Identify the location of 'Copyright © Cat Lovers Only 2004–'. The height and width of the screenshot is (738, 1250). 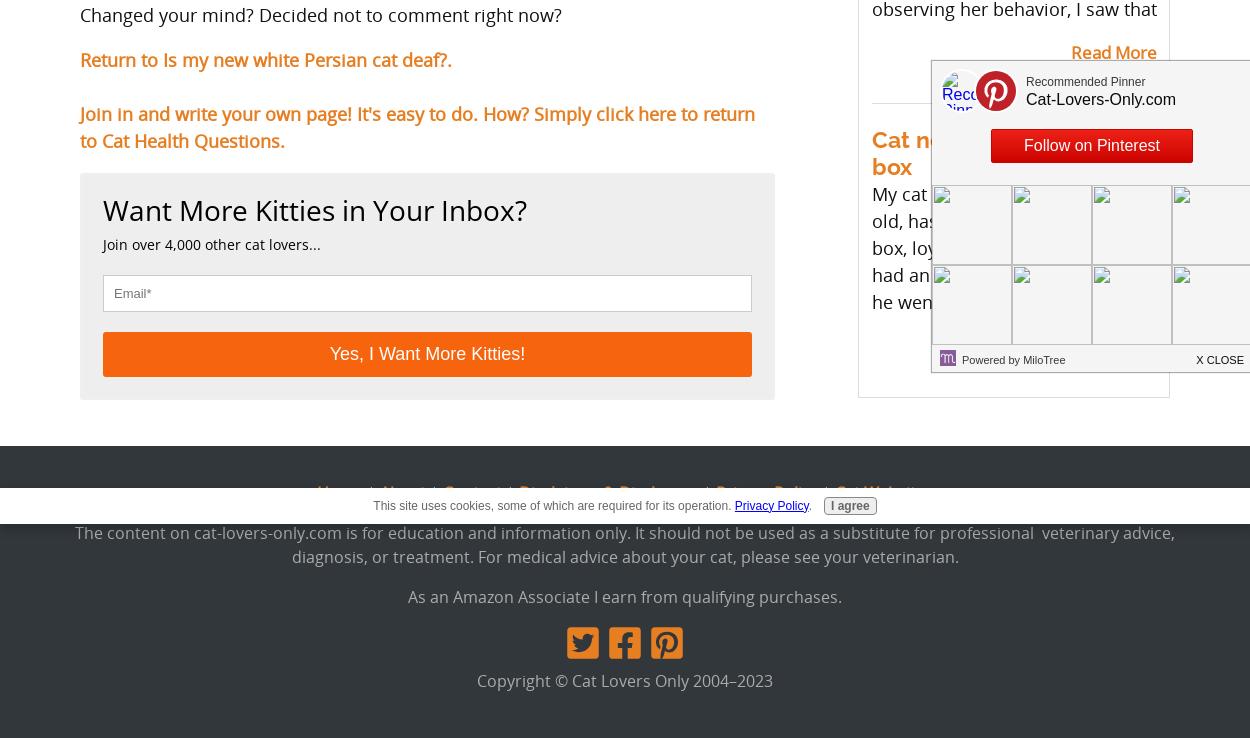
(476, 678).